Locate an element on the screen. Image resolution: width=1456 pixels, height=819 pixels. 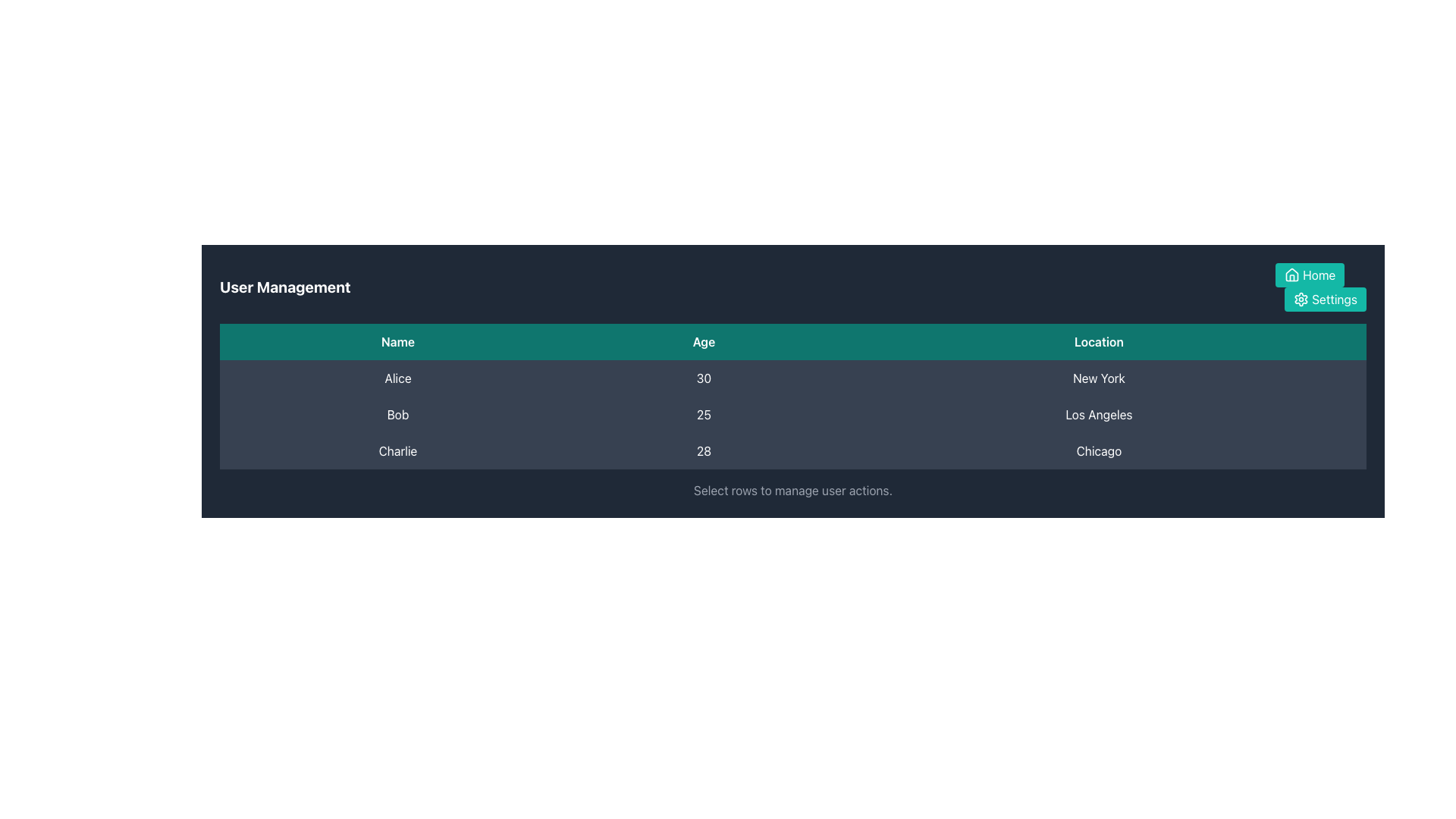
the first row of the table displaying details such as a name, age, and location is located at coordinates (792, 377).